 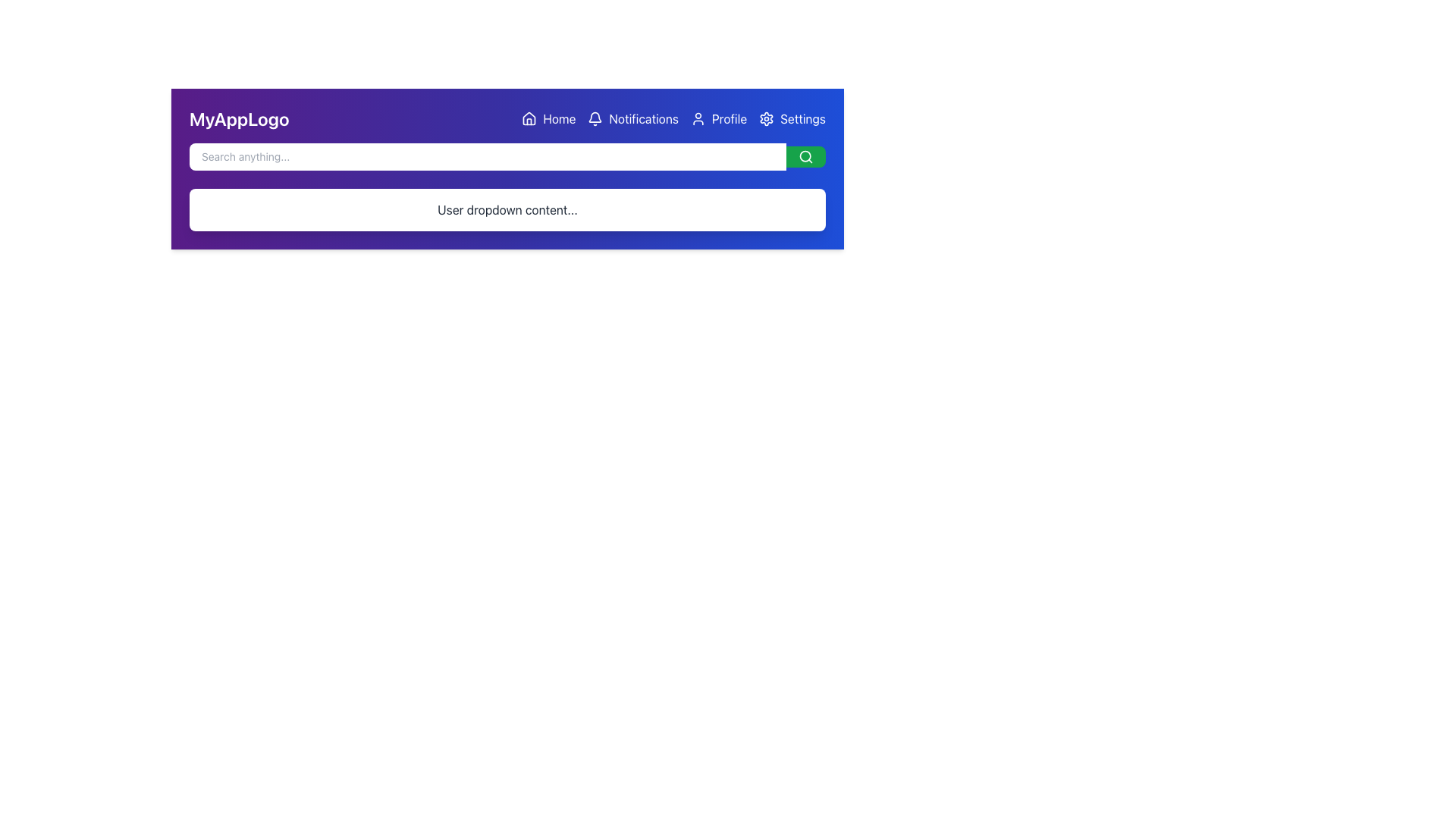 I want to click on the content within the rectangular dropdown section that contains the text 'User dropdown content...' positioned below the search bar, so click(x=507, y=210).